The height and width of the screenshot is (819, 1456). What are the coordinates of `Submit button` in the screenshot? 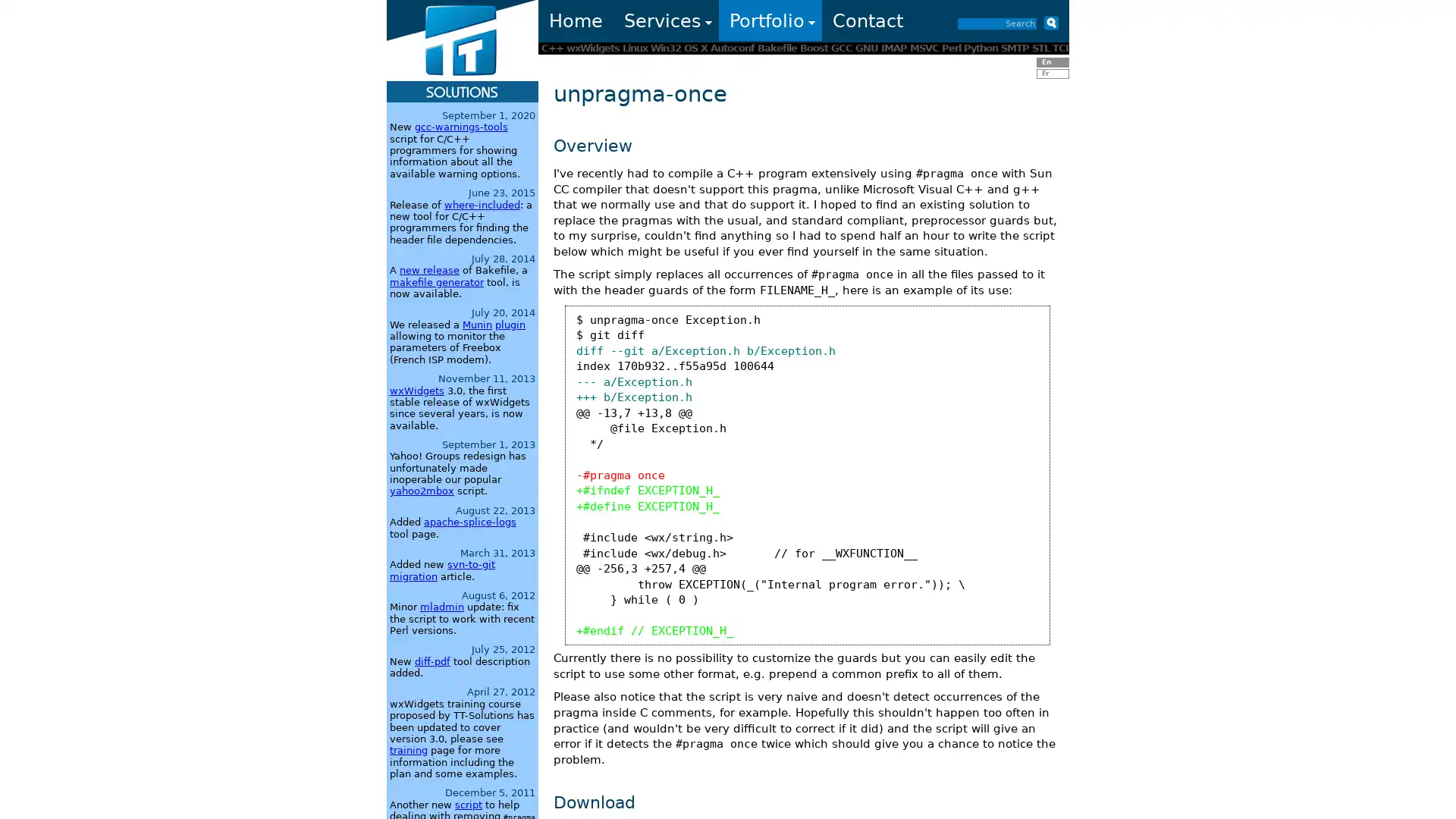 It's located at (1050, 23).